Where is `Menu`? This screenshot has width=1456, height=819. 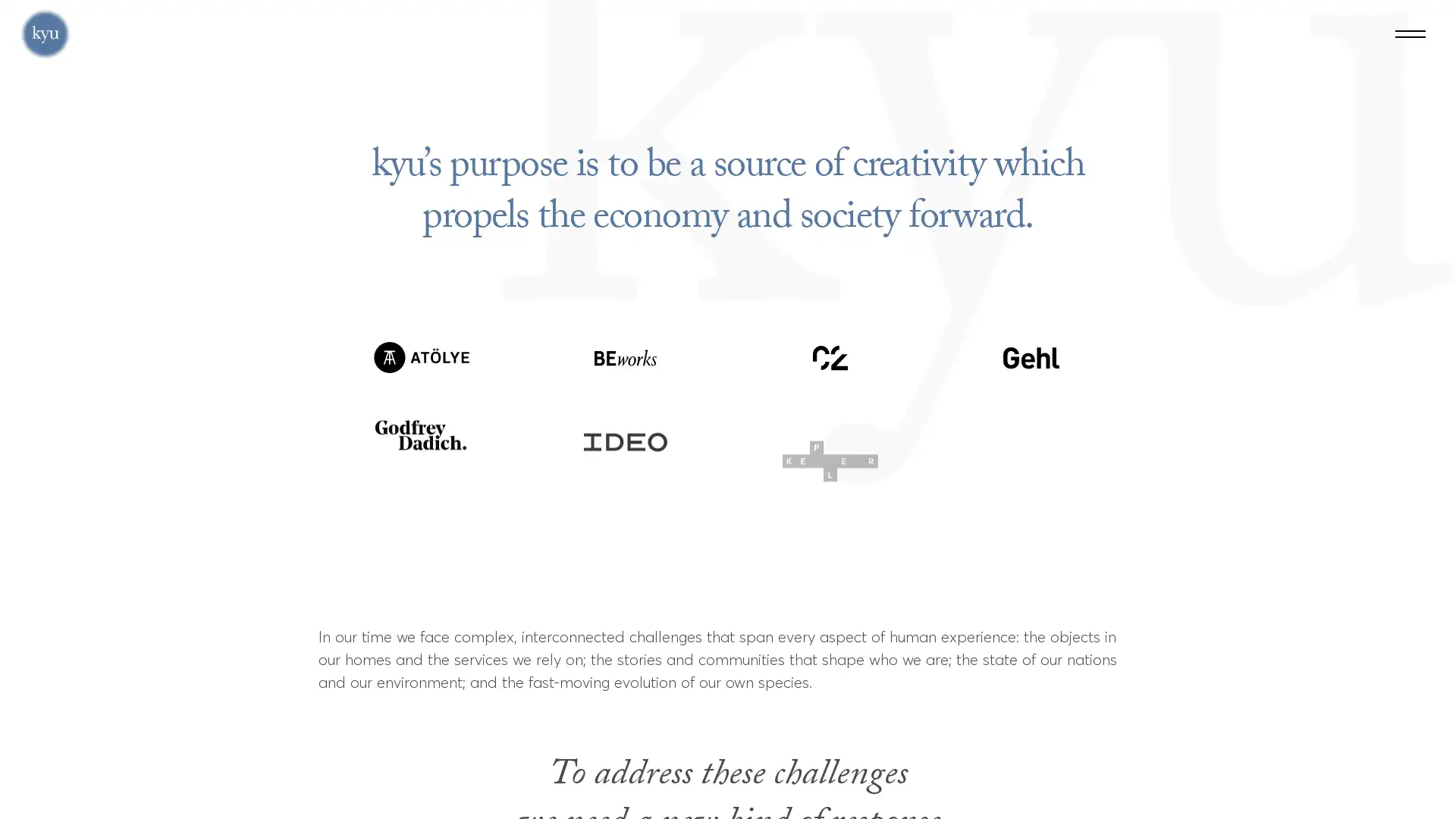
Menu is located at coordinates (1410, 34).